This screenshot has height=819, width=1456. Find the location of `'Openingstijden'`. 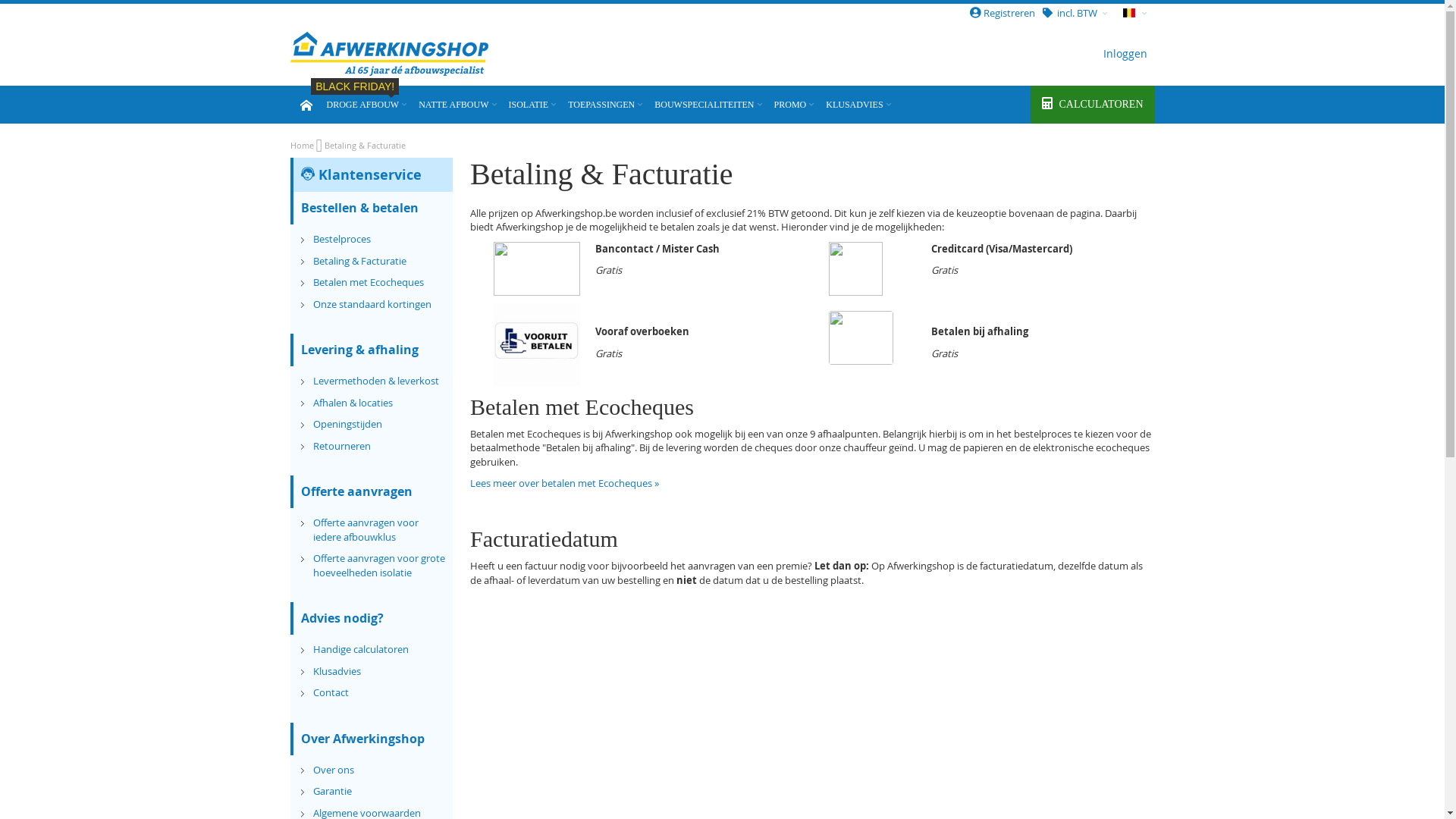

'Openingstijden' is located at coordinates (346, 424).